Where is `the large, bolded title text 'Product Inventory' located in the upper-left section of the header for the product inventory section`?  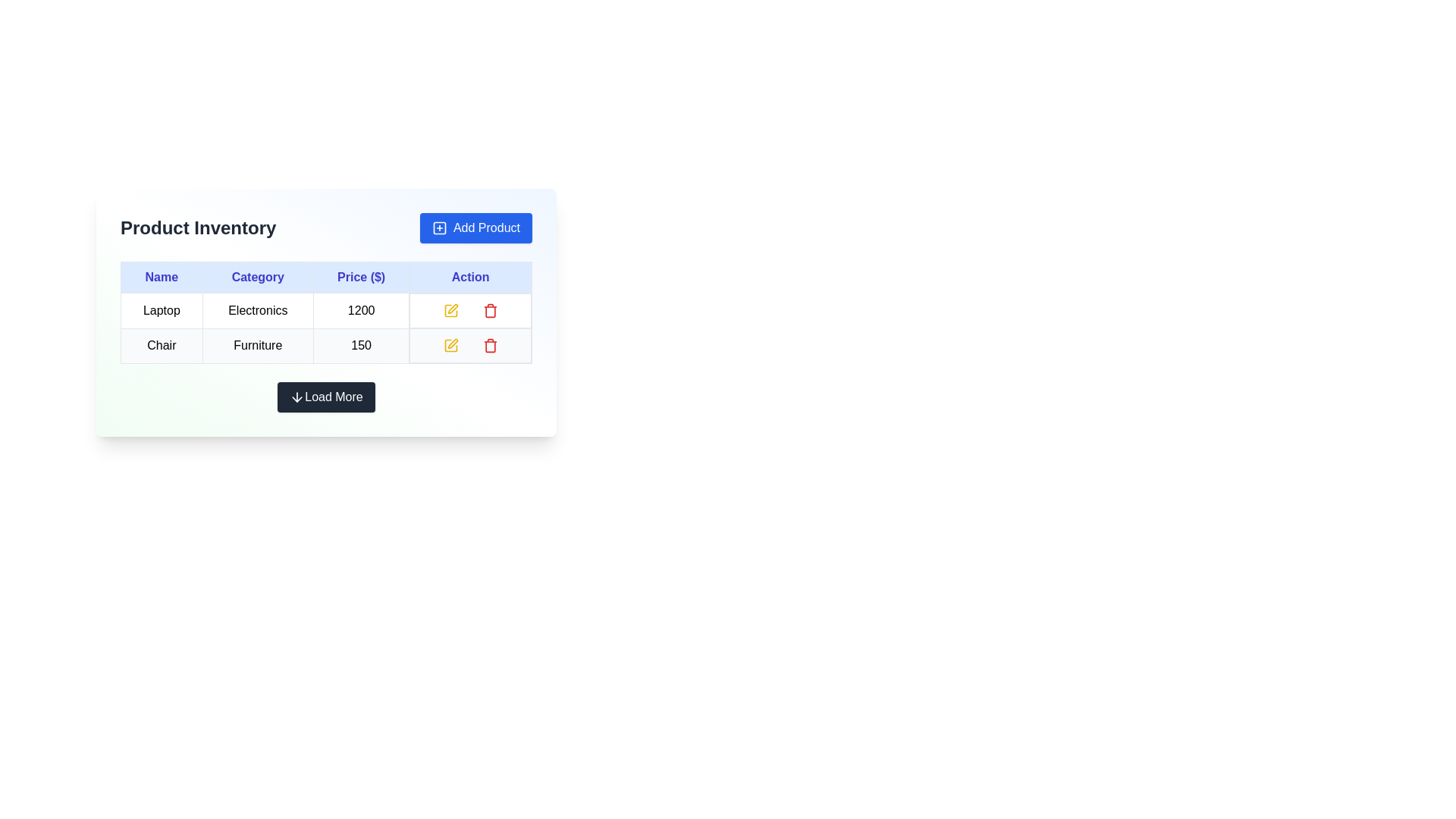
the large, bolded title text 'Product Inventory' located in the upper-left section of the header for the product inventory section is located at coordinates (197, 227).